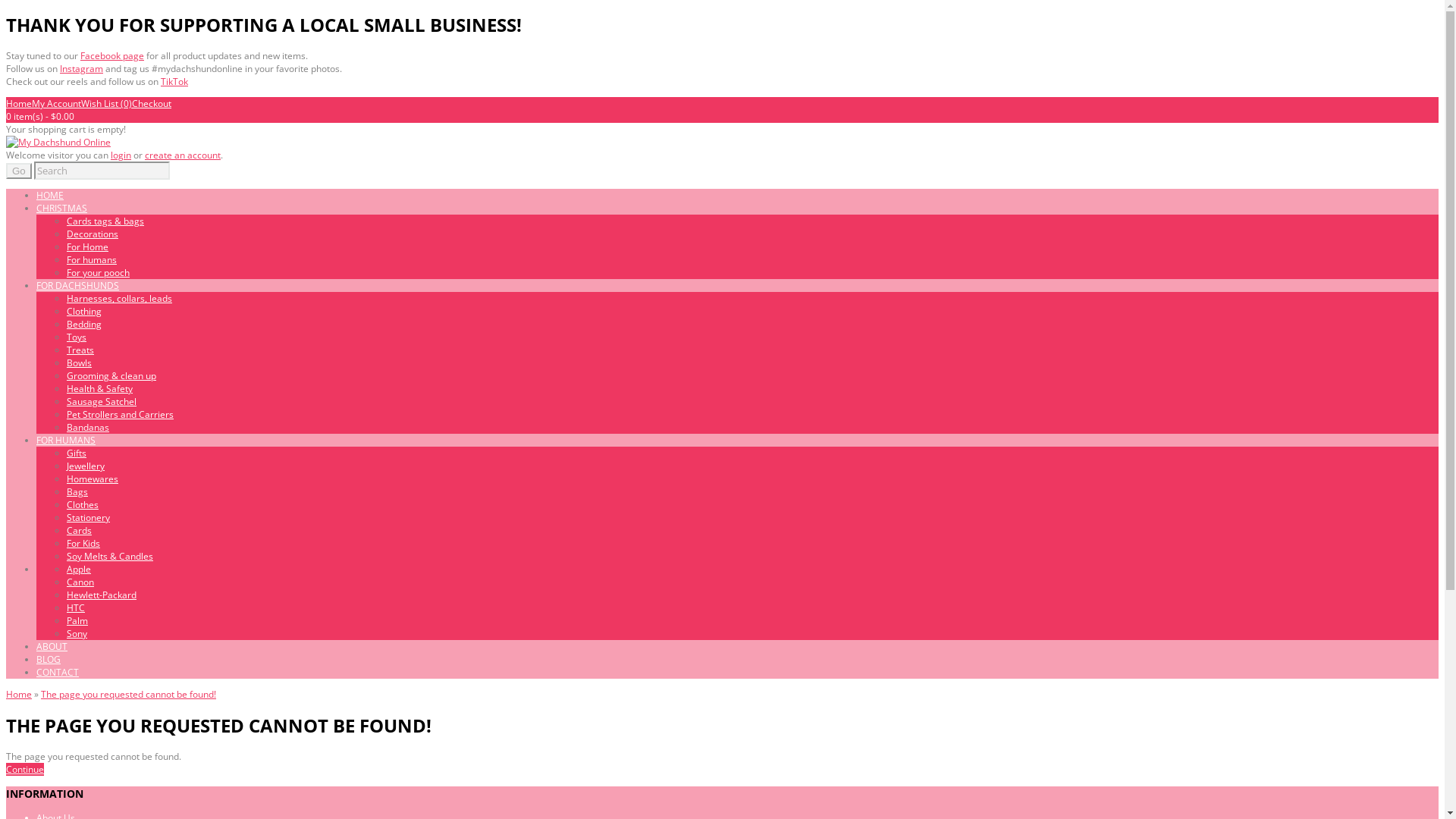 The width and height of the screenshot is (1456, 819). Describe the element at coordinates (105, 221) in the screenshot. I see `'Cards tags & bags'` at that location.